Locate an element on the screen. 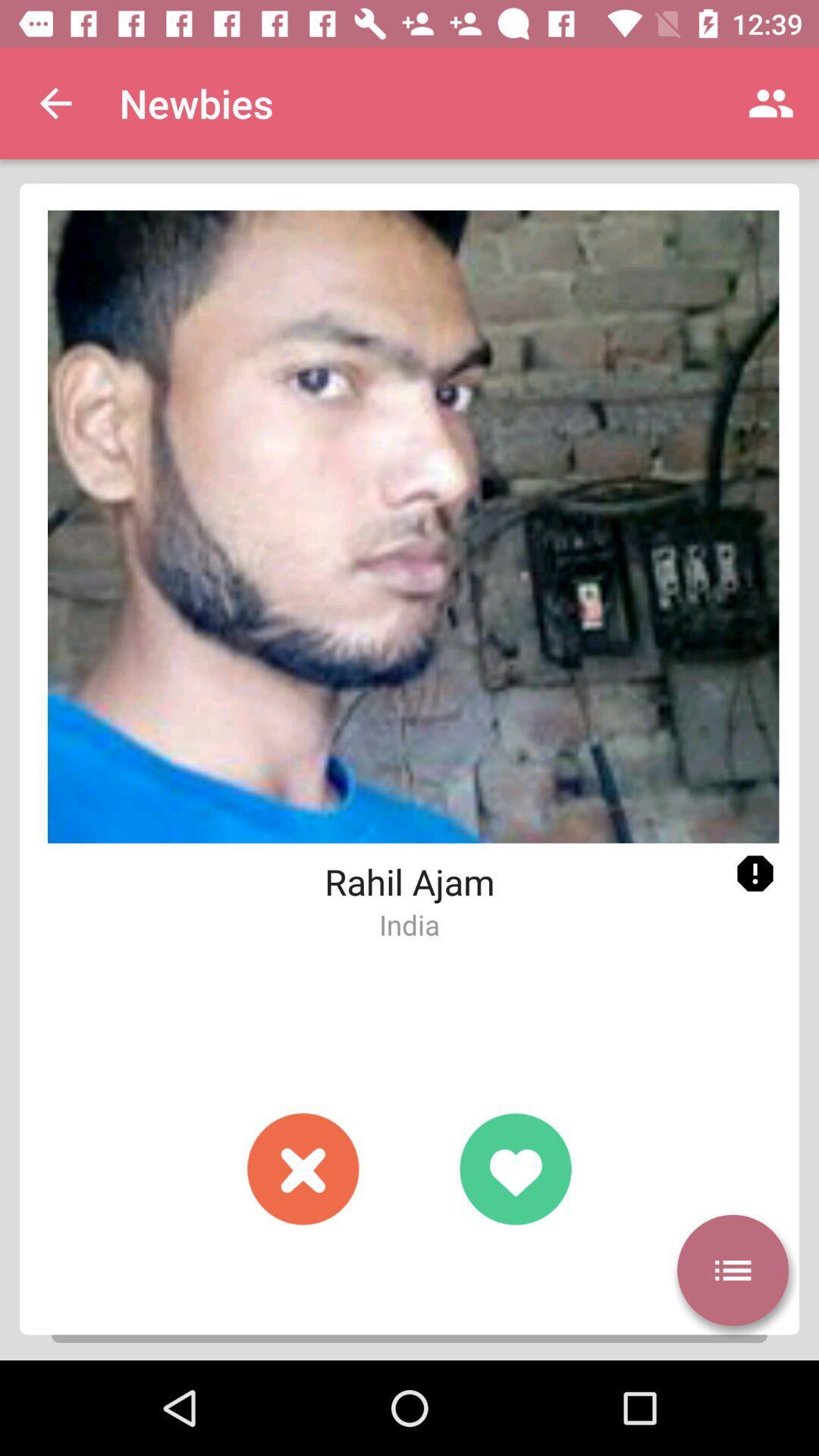  button is located at coordinates (303, 1168).